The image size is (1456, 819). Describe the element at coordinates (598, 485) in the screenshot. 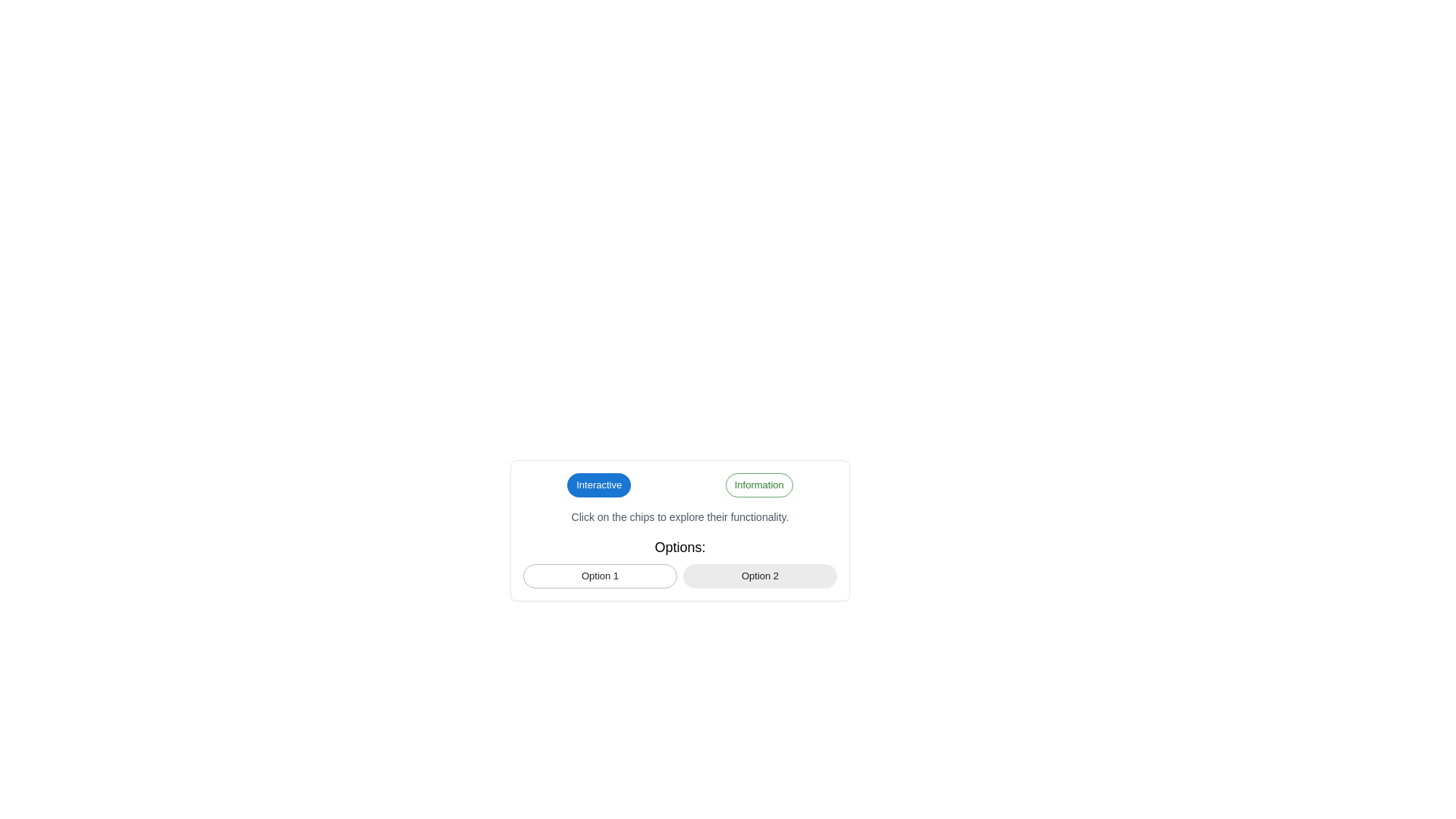

I see `the text label displaying 'Interactive', which is styled with a medium font size and contained within a blue-filled chip located on the left side of a component group` at that location.